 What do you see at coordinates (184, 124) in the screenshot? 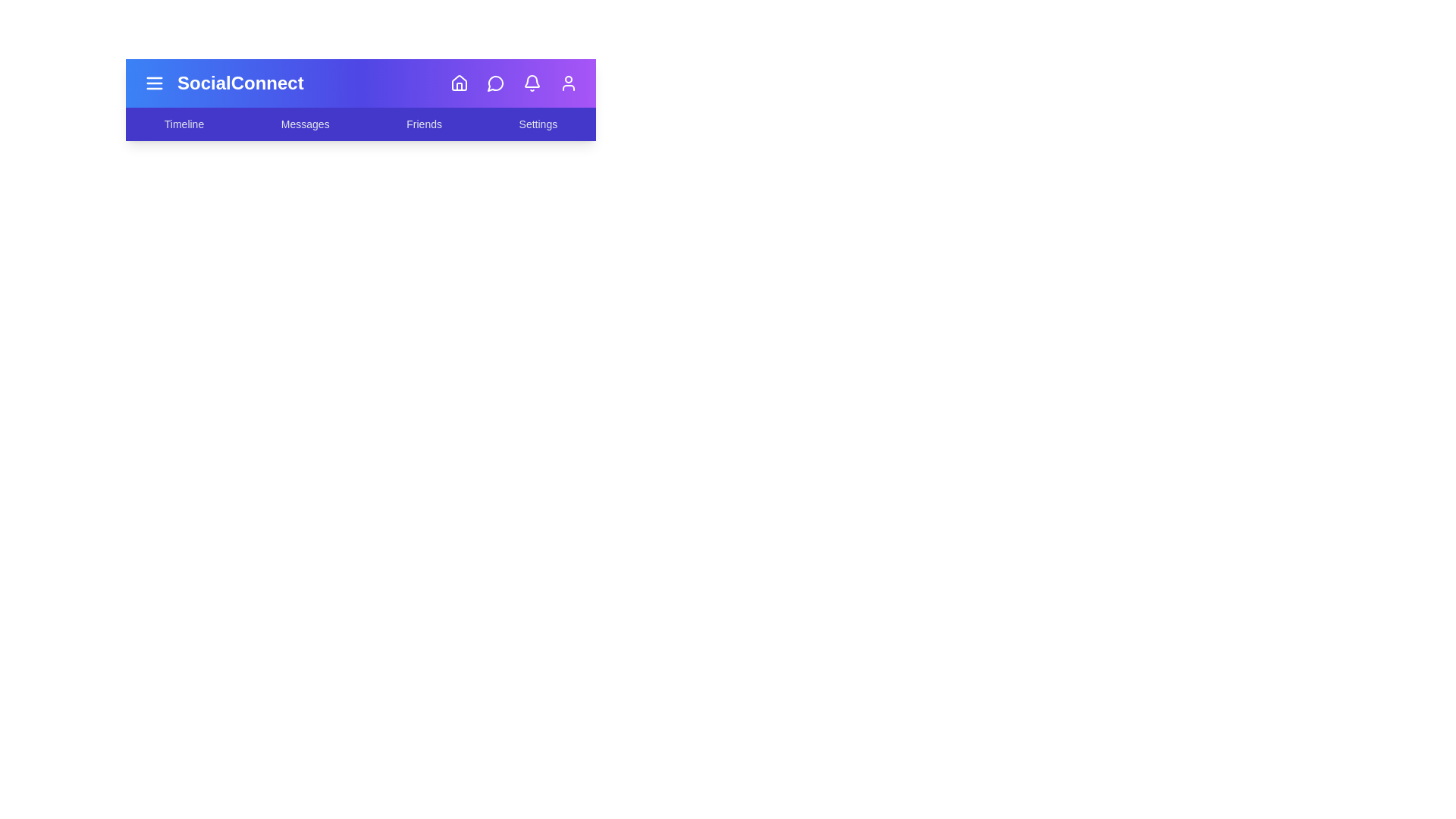
I see `the Timeline Menu to observe visual effects` at bounding box center [184, 124].